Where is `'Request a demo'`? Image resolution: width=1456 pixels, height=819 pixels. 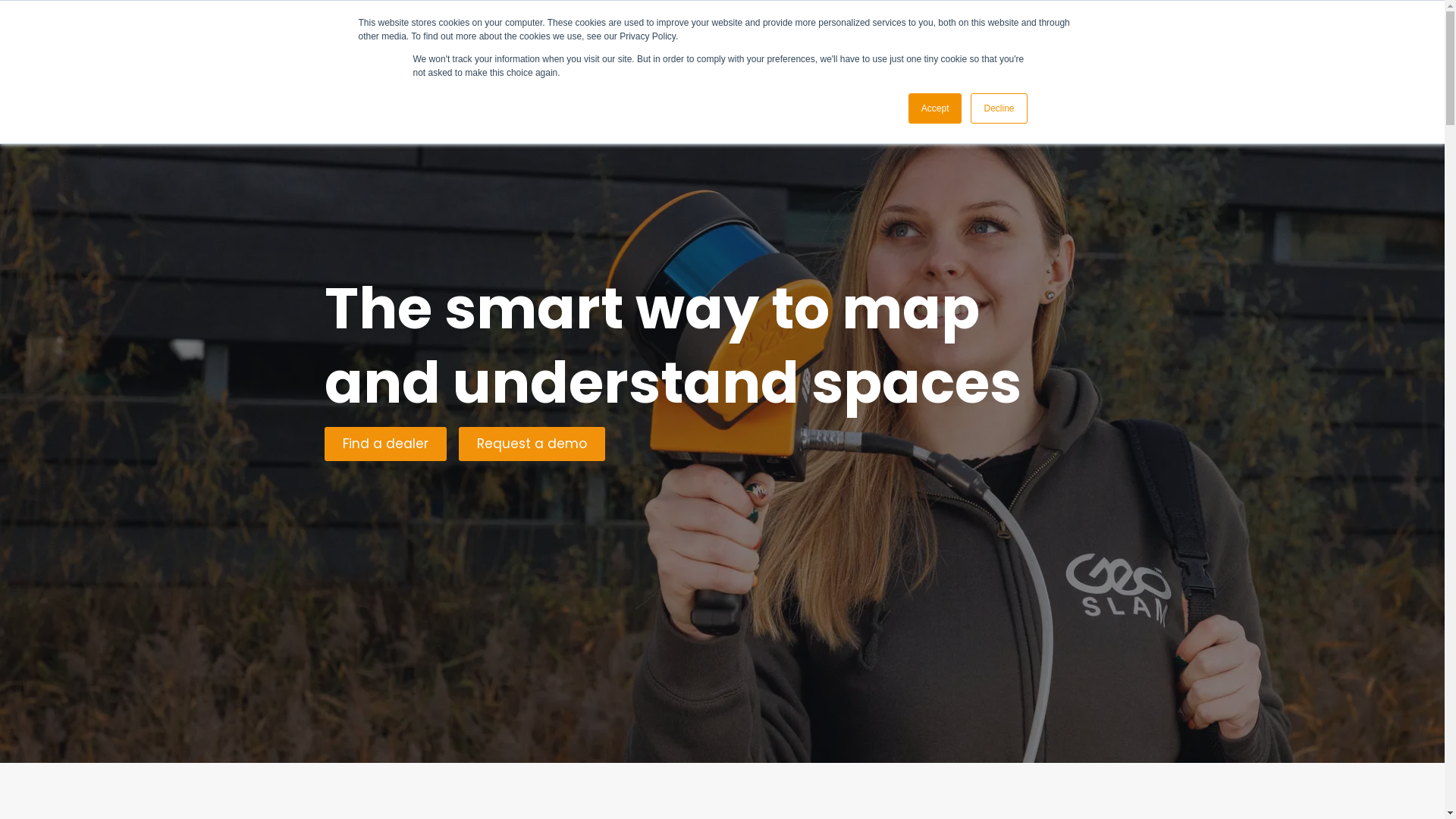
'Request a demo' is located at coordinates (531, 444).